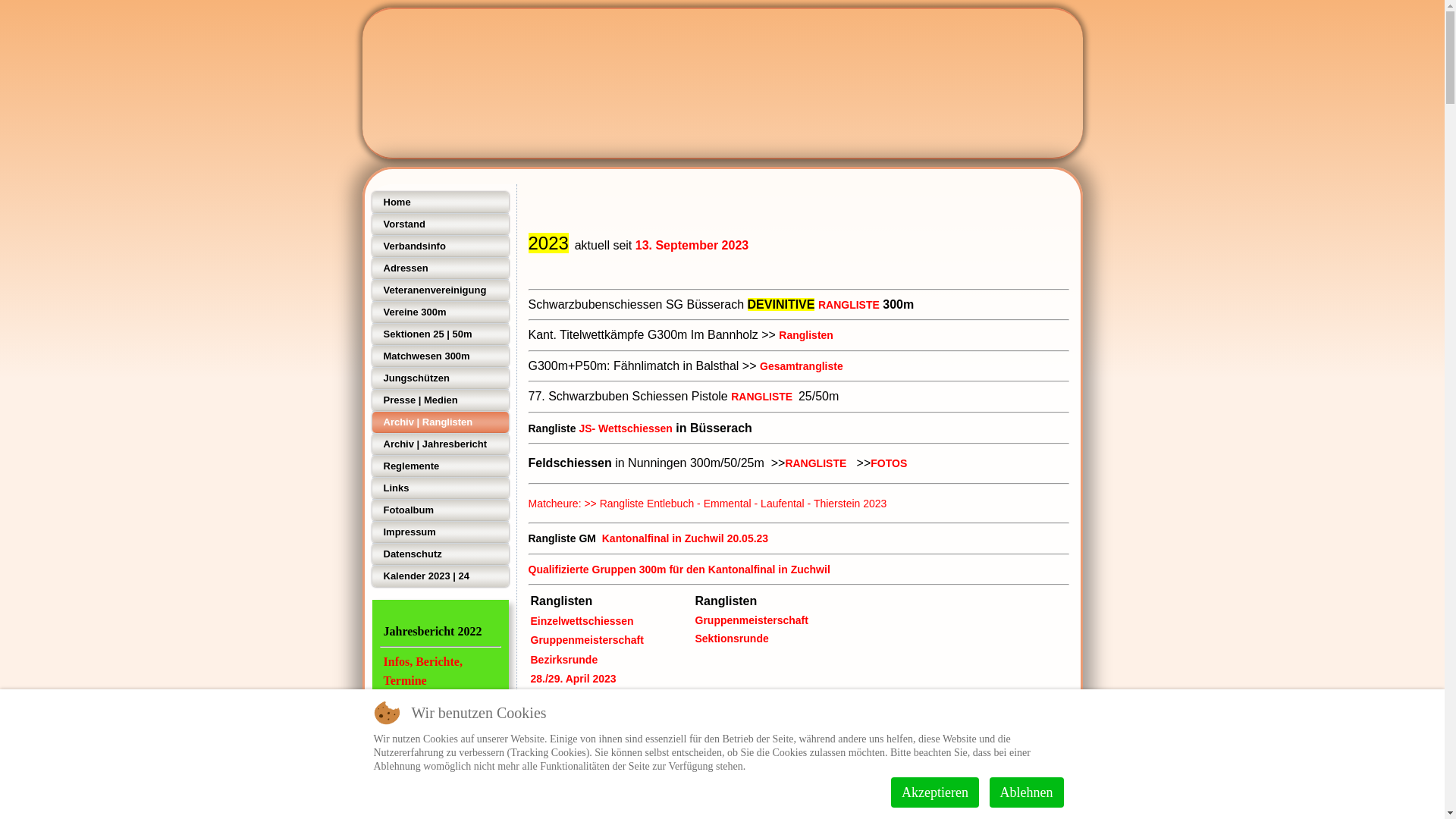 The image size is (1456, 819). Describe the element at coordinates (632, 716) in the screenshot. I see `'Reglement zur Bezirksmeisterschaft 2023'` at that location.